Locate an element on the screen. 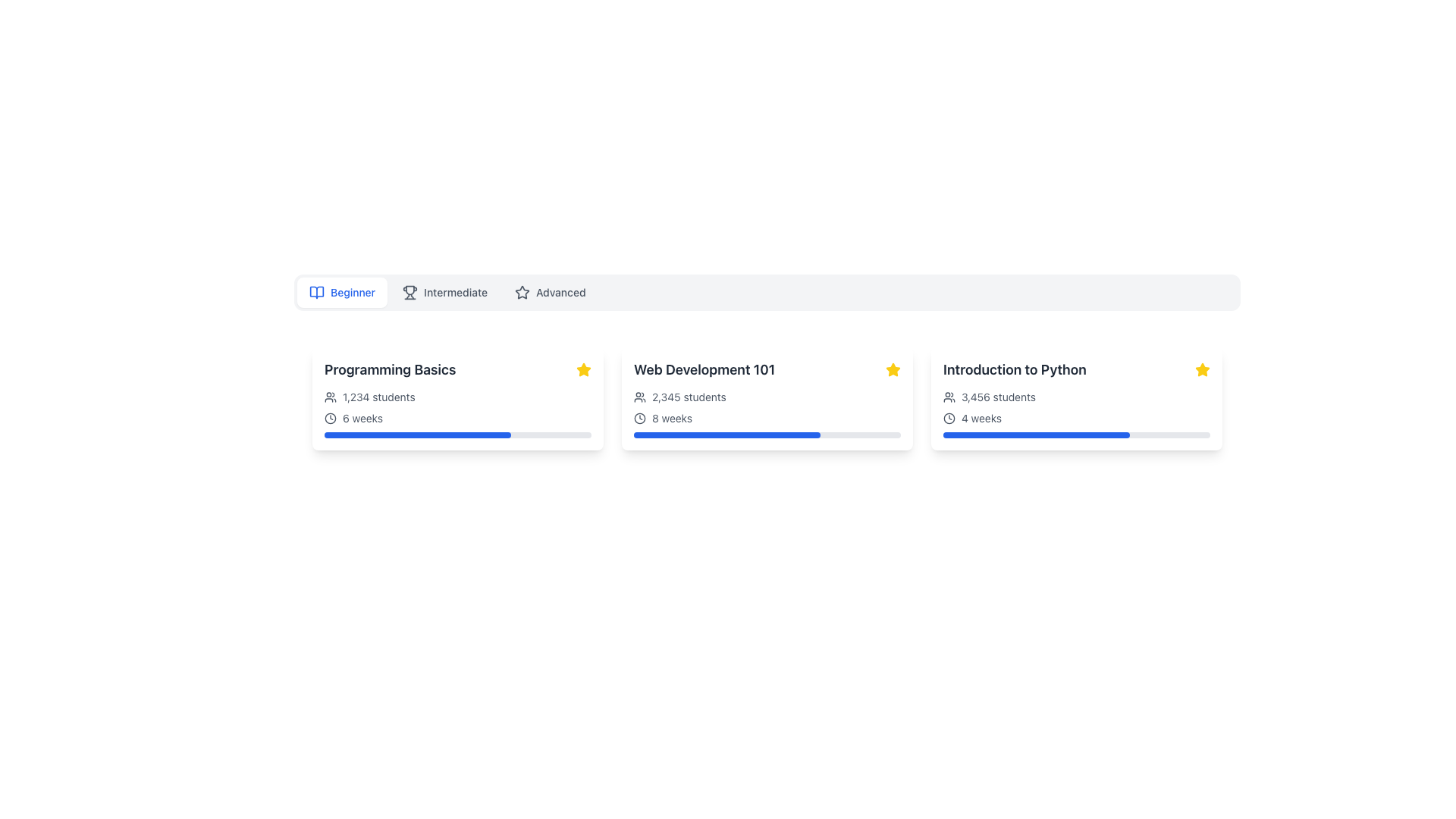 This screenshot has height=819, width=1456. the progress is located at coordinates (394, 435).